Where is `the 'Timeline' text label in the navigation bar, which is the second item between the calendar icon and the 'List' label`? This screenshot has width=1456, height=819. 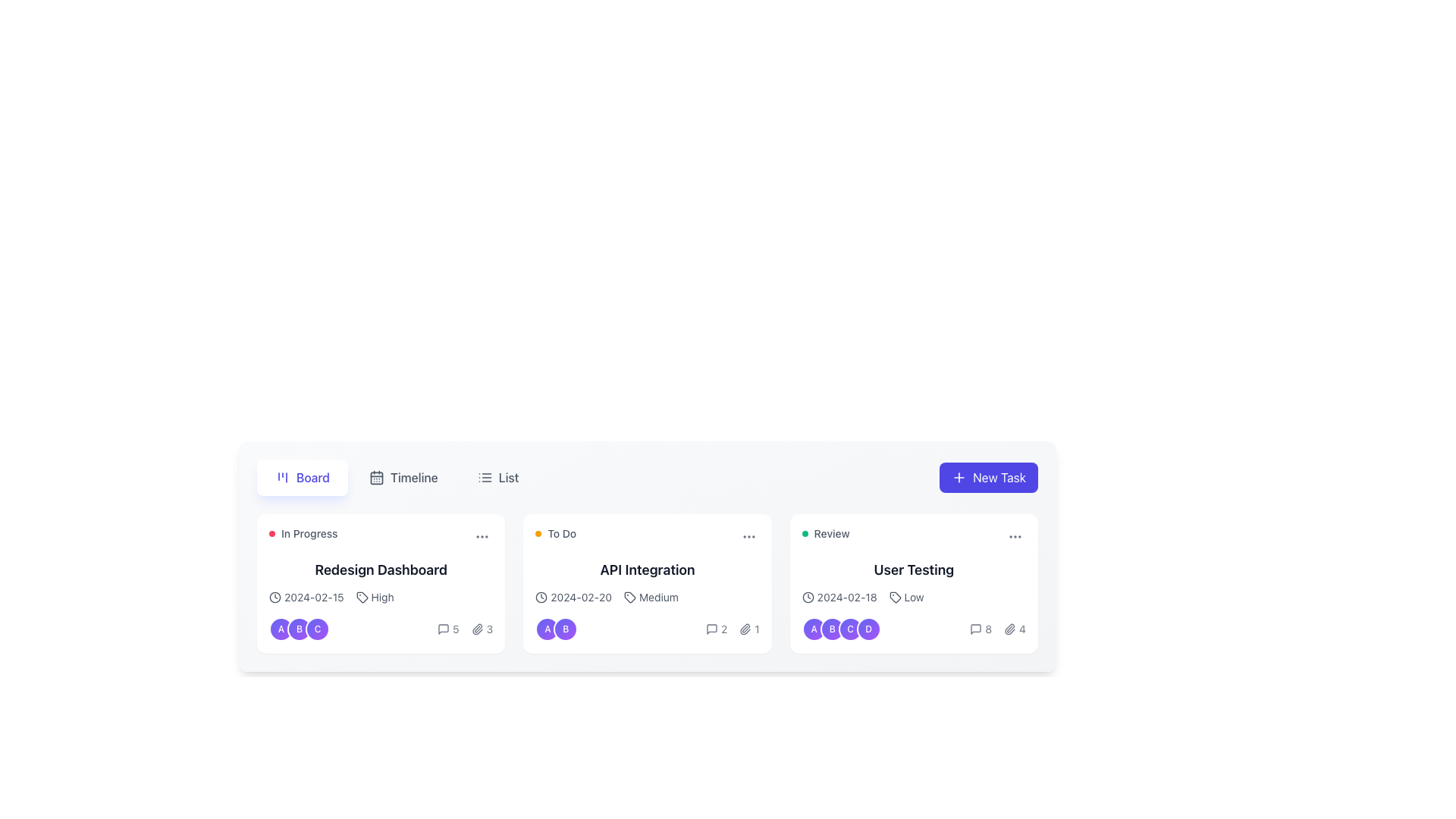
the 'Timeline' text label in the navigation bar, which is the second item between the calendar icon and the 'List' label is located at coordinates (414, 476).